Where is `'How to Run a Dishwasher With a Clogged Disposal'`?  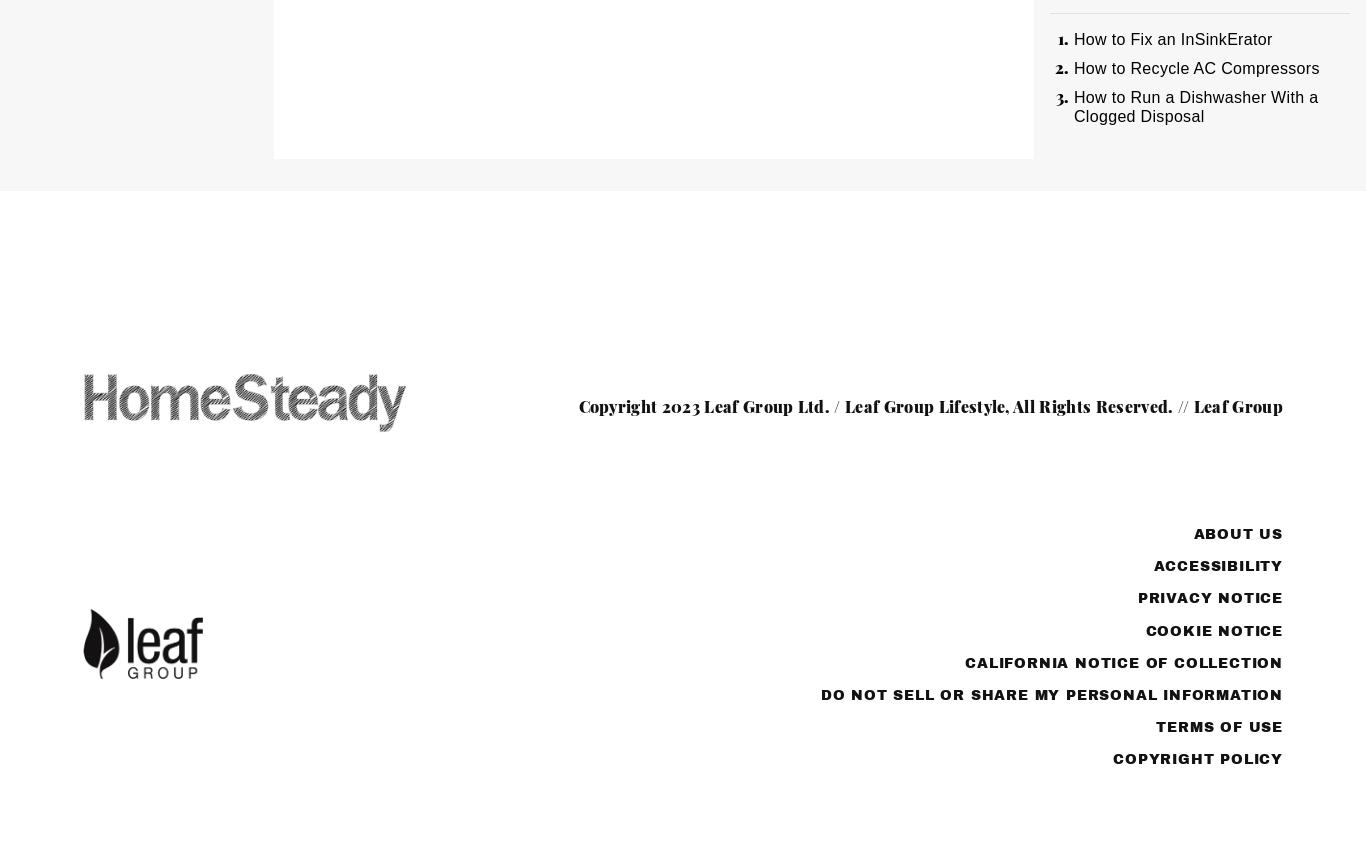 'How to Run a Dishwasher With a Clogged Disposal' is located at coordinates (1195, 105).